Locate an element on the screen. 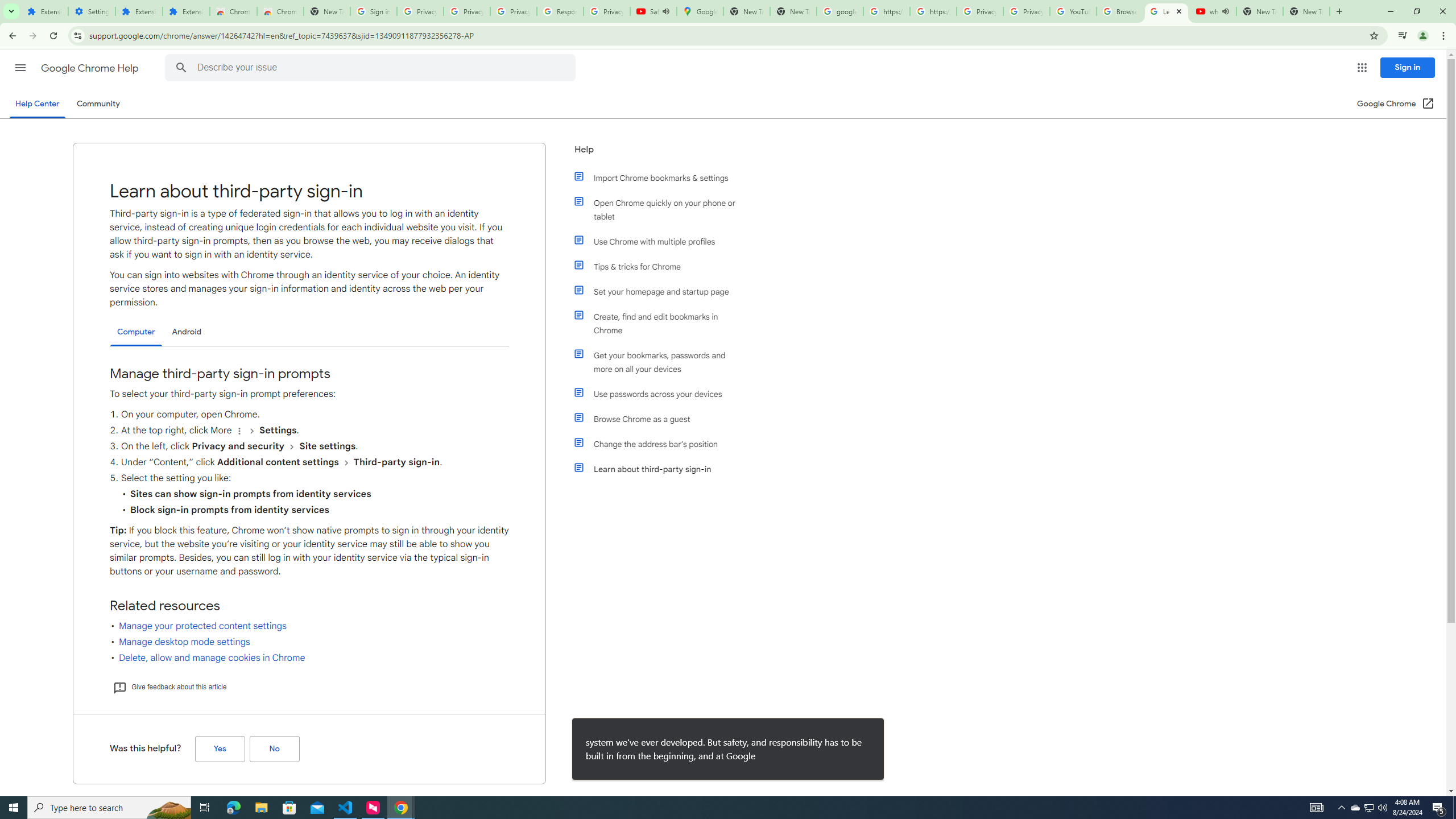  'Browse Chrome as a guest' is located at coordinates (661, 419).